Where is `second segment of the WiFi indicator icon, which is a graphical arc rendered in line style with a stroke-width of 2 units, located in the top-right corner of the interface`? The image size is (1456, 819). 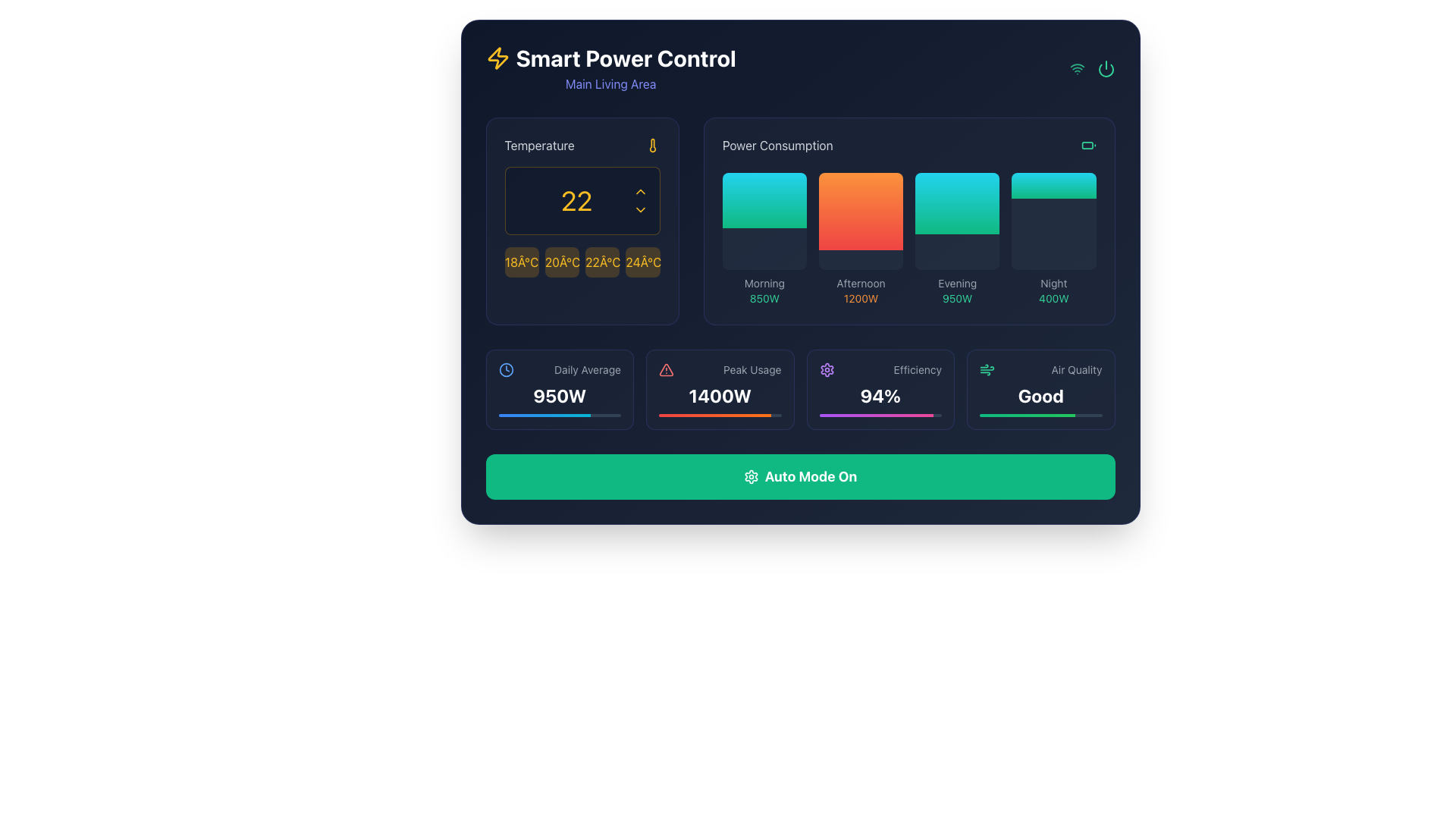
second segment of the WiFi indicator icon, which is a graphical arc rendered in line style with a stroke-width of 2 units, located in the top-right corner of the interface is located at coordinates (1076, 64).